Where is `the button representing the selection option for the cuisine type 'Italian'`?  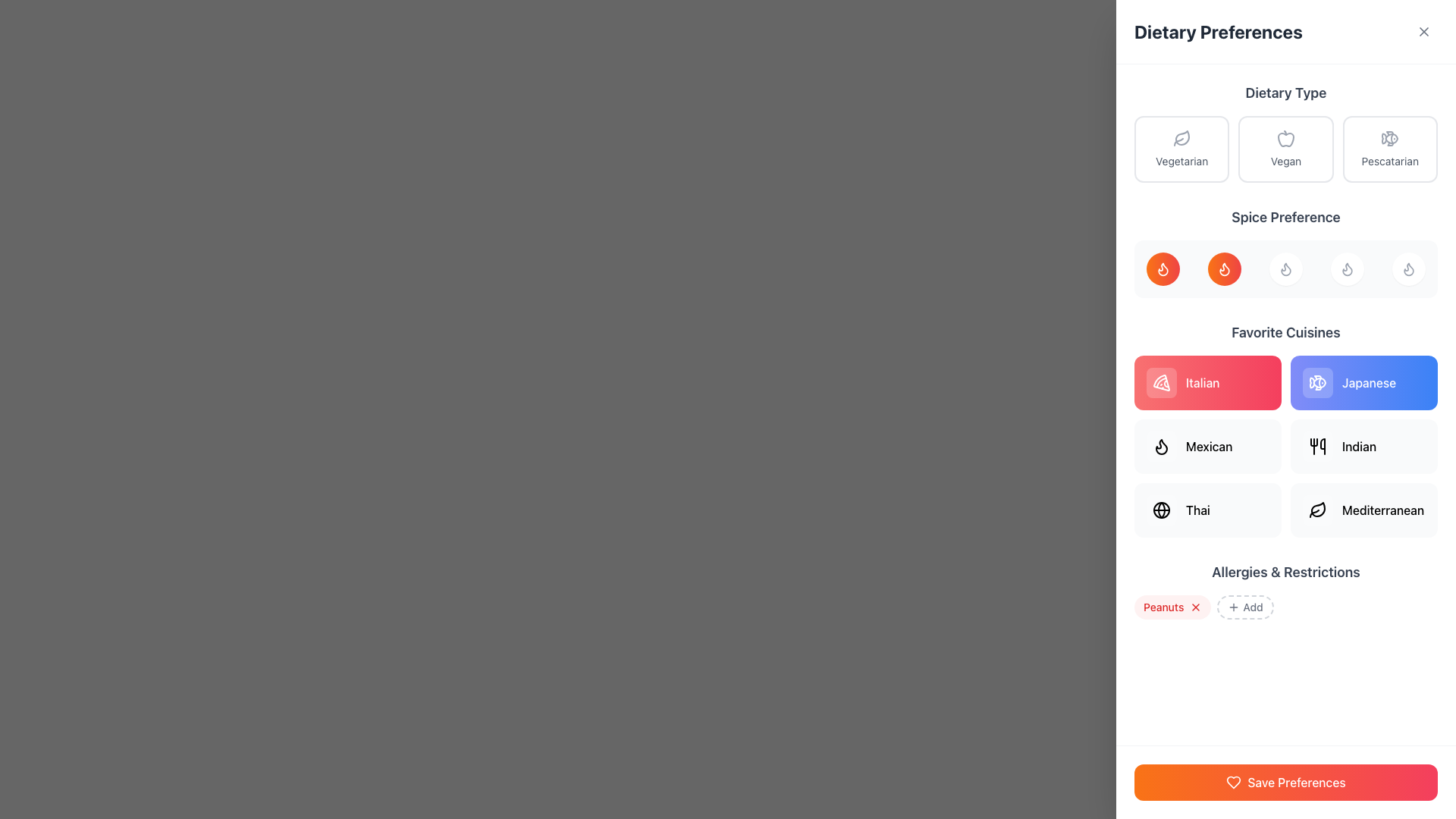 the button representing the selection option for the cuisine type 'Italian' is located at coordinates (1207, 382).